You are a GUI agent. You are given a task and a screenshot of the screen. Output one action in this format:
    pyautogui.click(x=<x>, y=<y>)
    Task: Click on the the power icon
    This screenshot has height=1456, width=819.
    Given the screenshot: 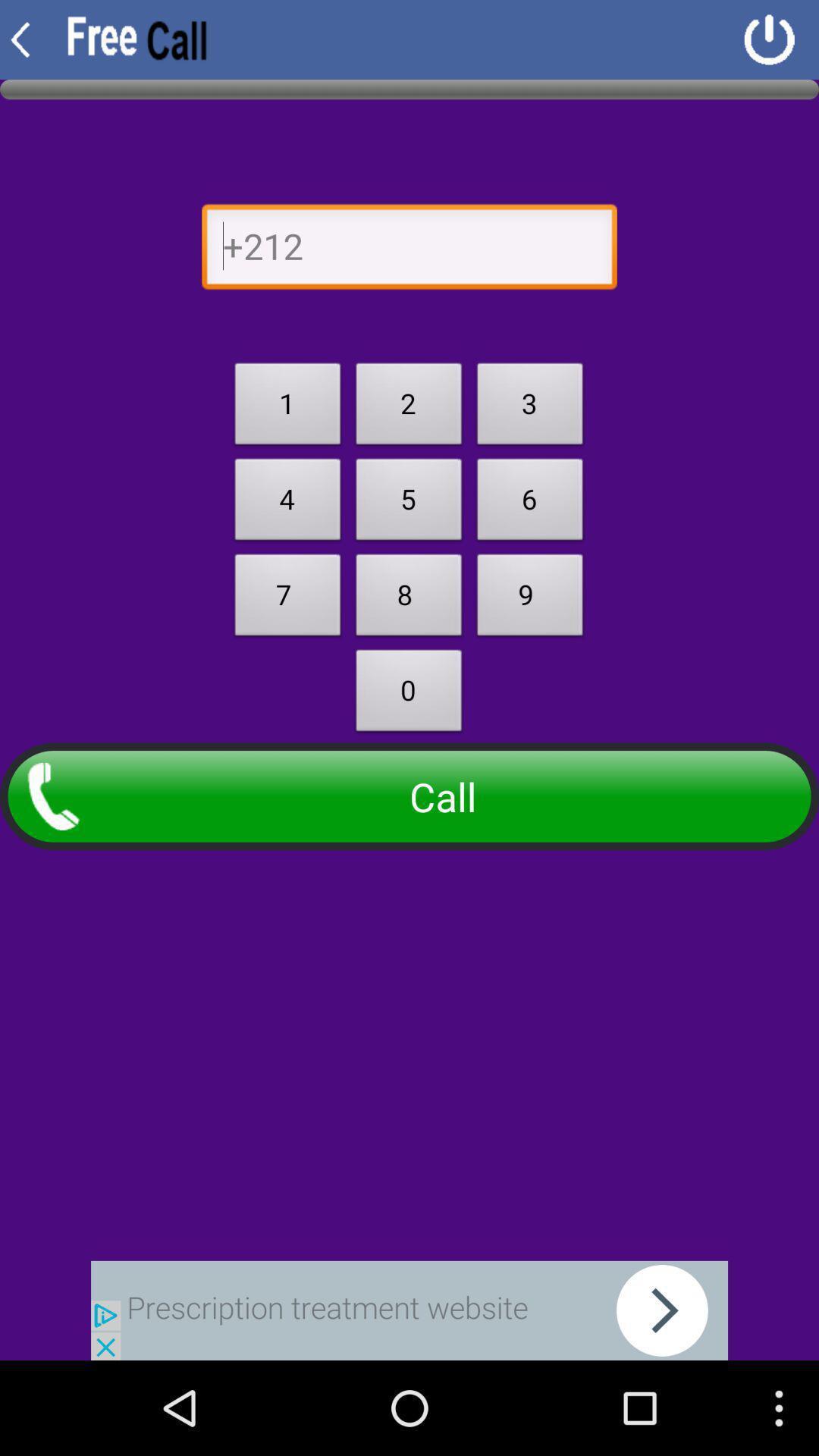 What is the action you would take?
    pyautogui.click(x=769, y=42)
    